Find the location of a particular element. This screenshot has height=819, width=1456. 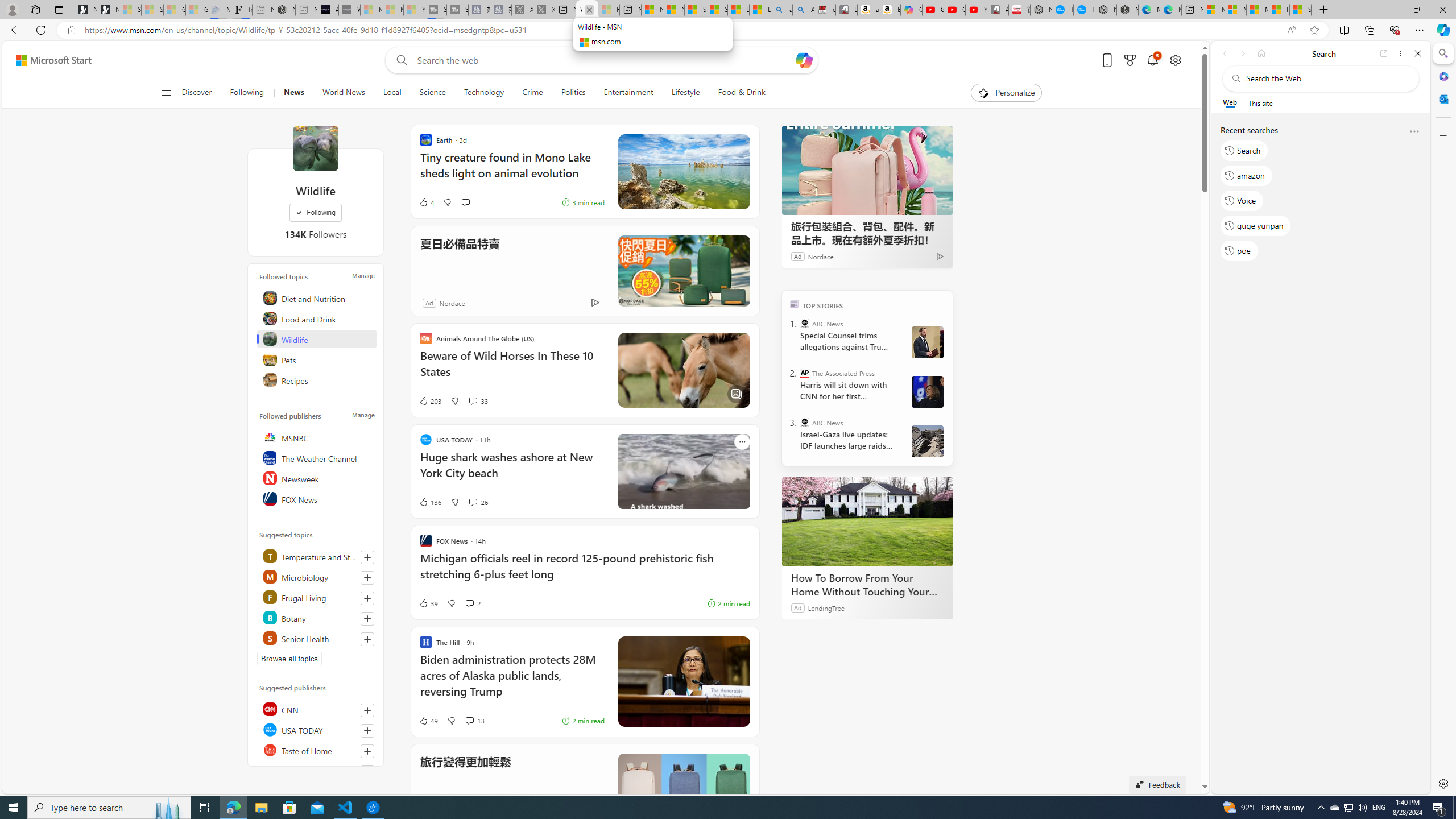

'Manage' is located at coordinates (362, 415).